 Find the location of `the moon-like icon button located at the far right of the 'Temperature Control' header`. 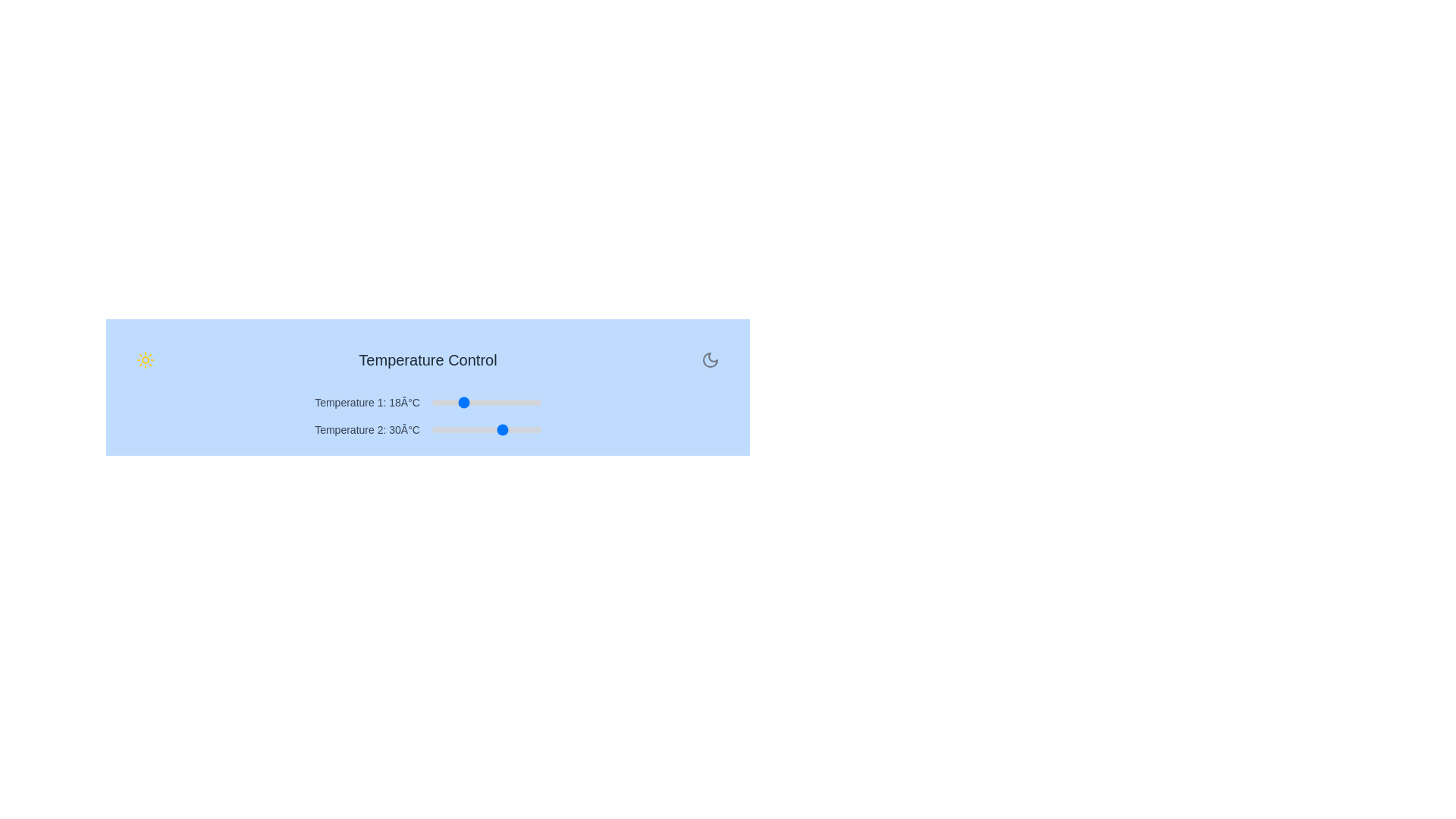

the moon-like icon button located at the far right of the 'Temperature Control' header is located at coordinates (709, 359).